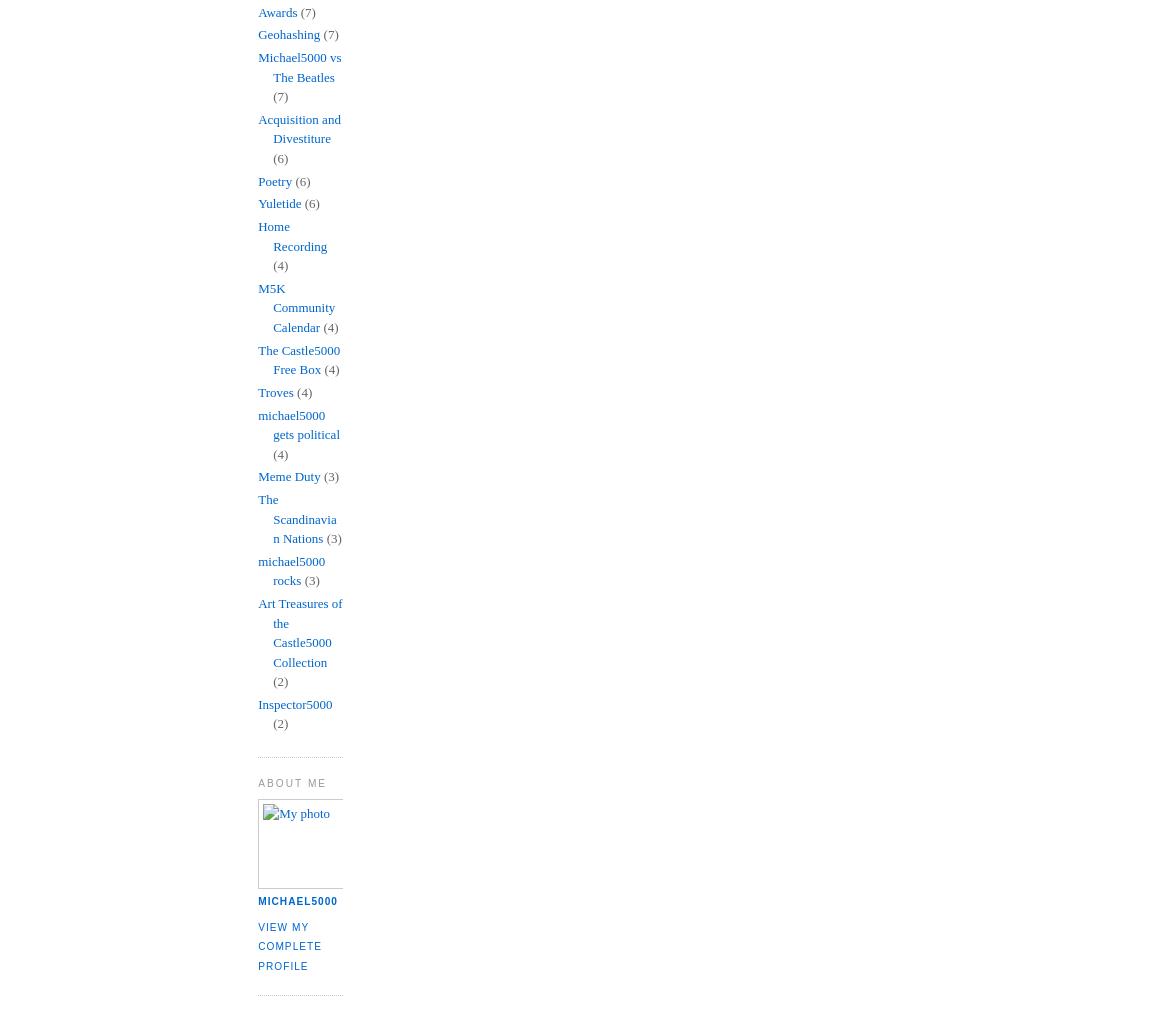 This screenshot has width=1176, height=1036. I want to click on 'The Scandinavian Nations', so click(258, 519).